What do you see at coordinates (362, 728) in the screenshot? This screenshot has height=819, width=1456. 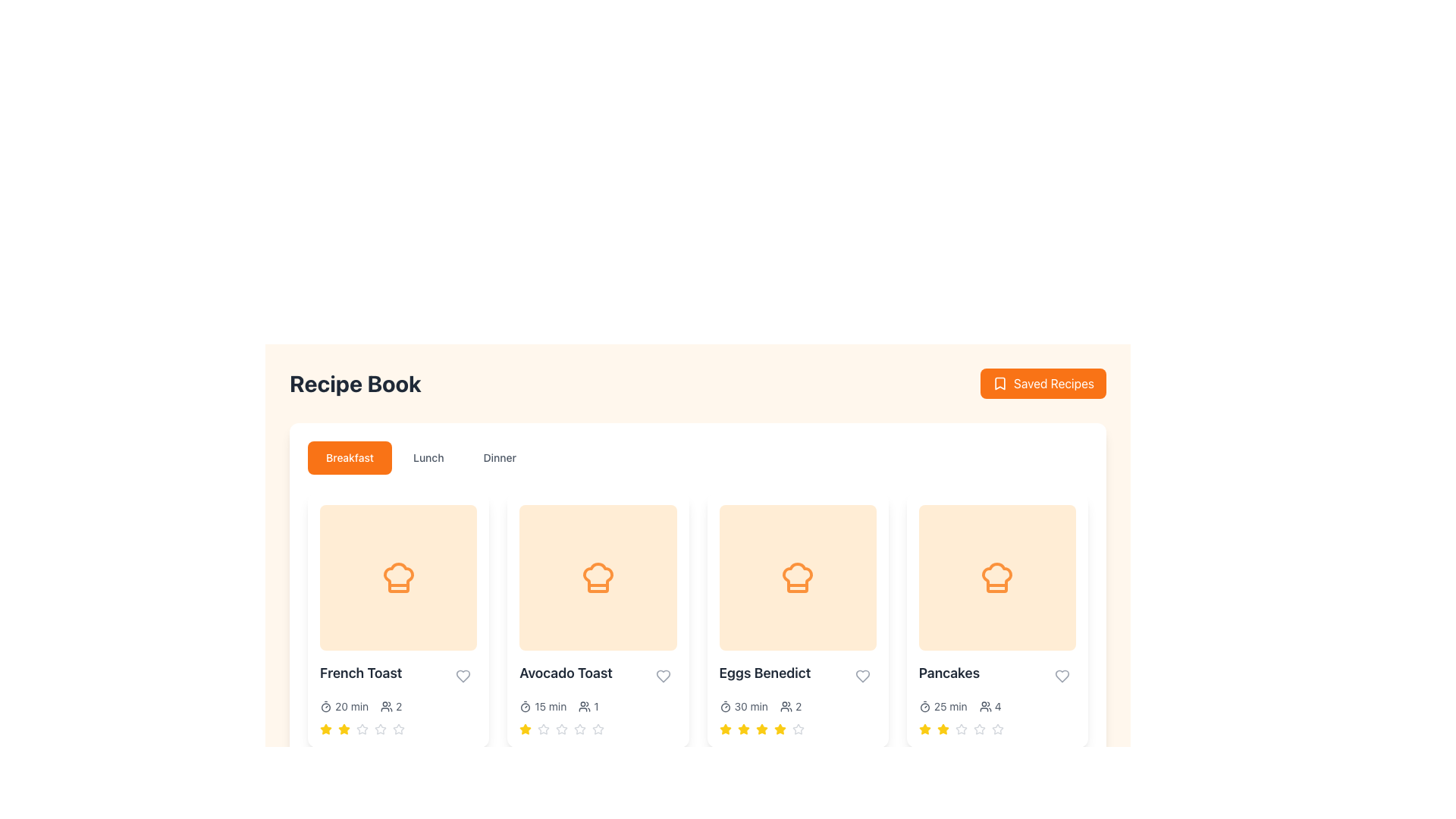 I see `the fourth star icon in the rating component under the 'French Toast' card to assign a rating` at bounding box center [362, 728].